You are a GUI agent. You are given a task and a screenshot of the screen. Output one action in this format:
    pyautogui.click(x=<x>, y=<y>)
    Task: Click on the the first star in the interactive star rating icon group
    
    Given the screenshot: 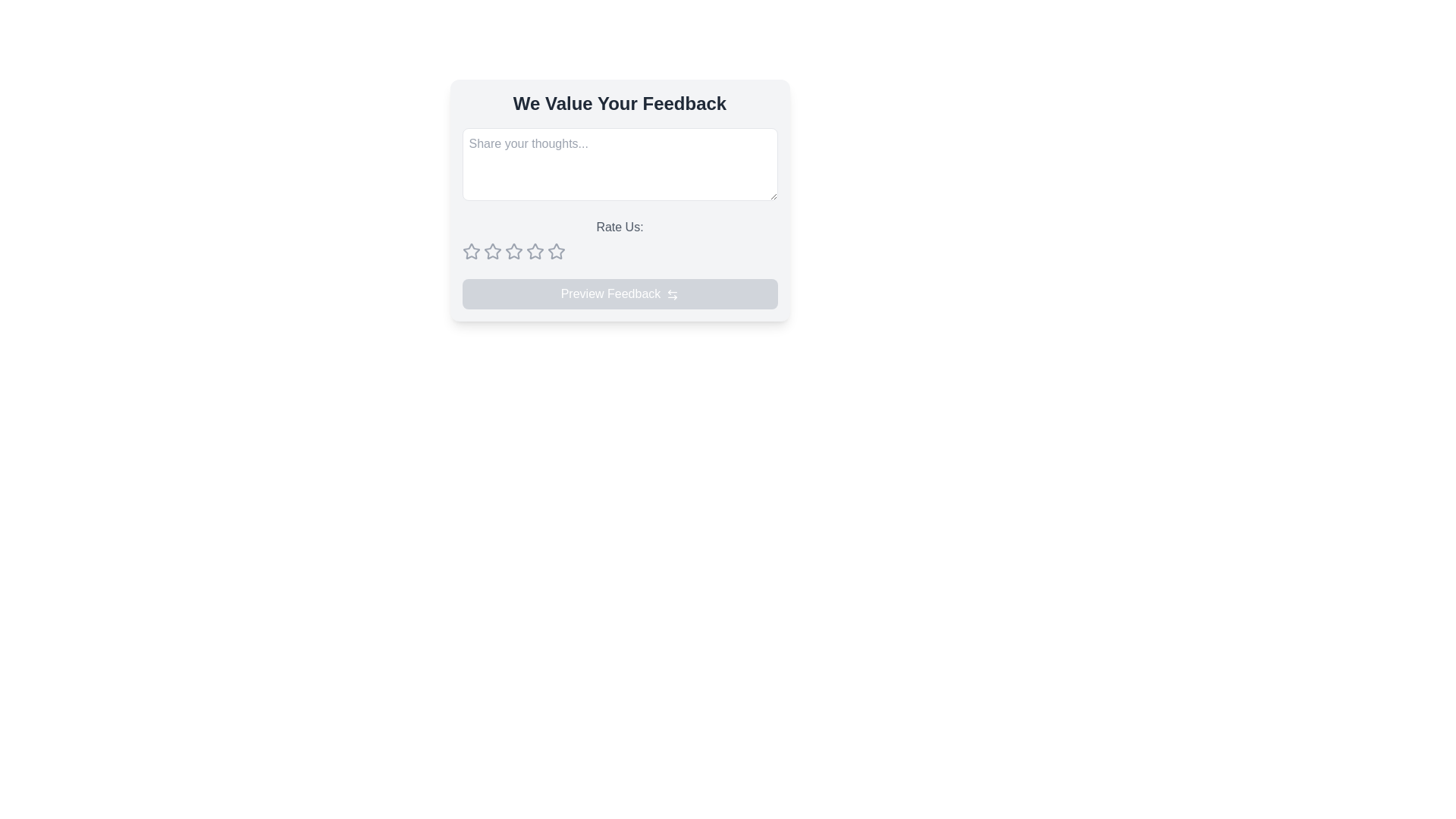 What is the action you would take?
    pyautogui.click(x=470, y=250)
    